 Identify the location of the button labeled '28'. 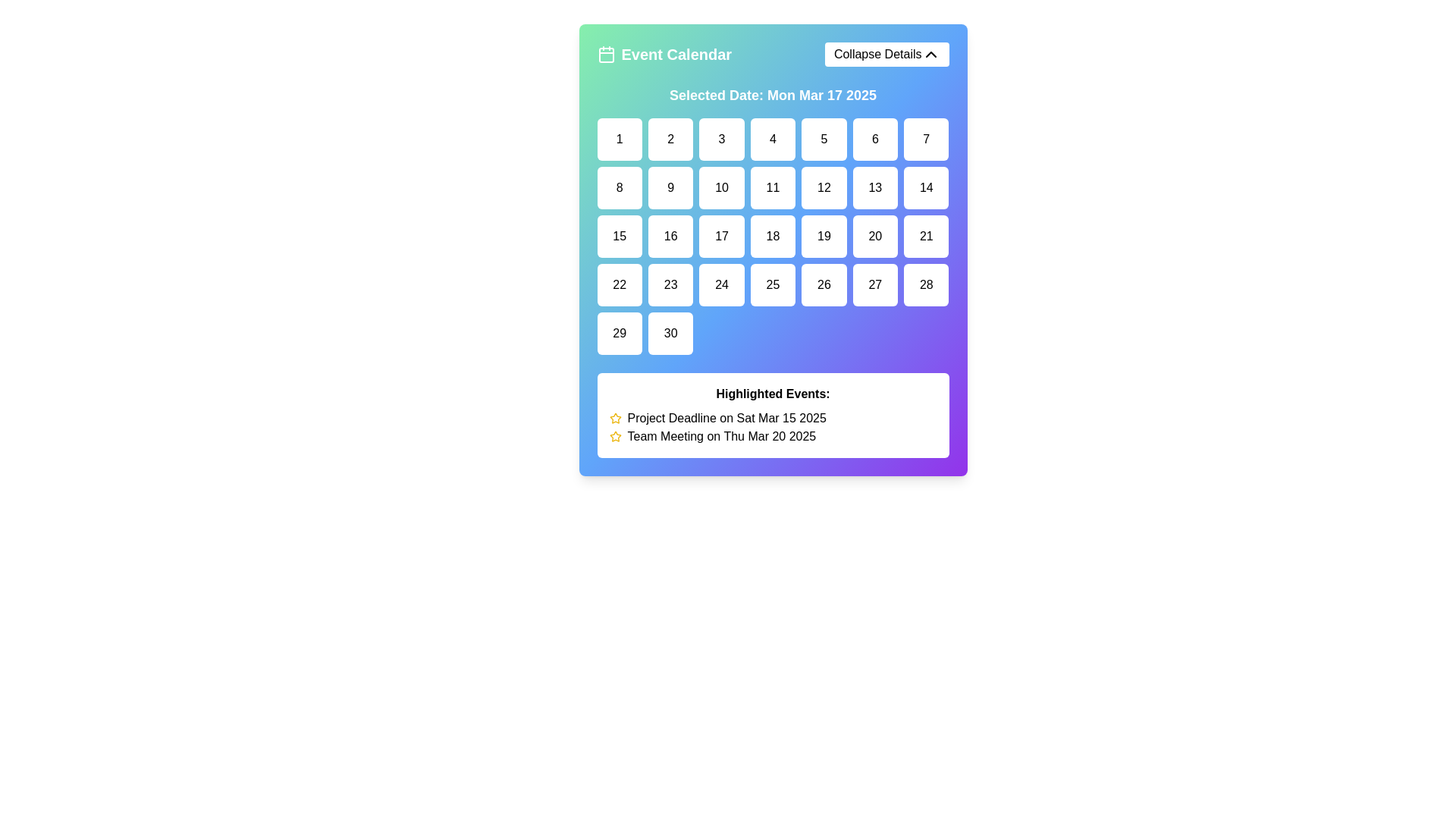
(925, 284).